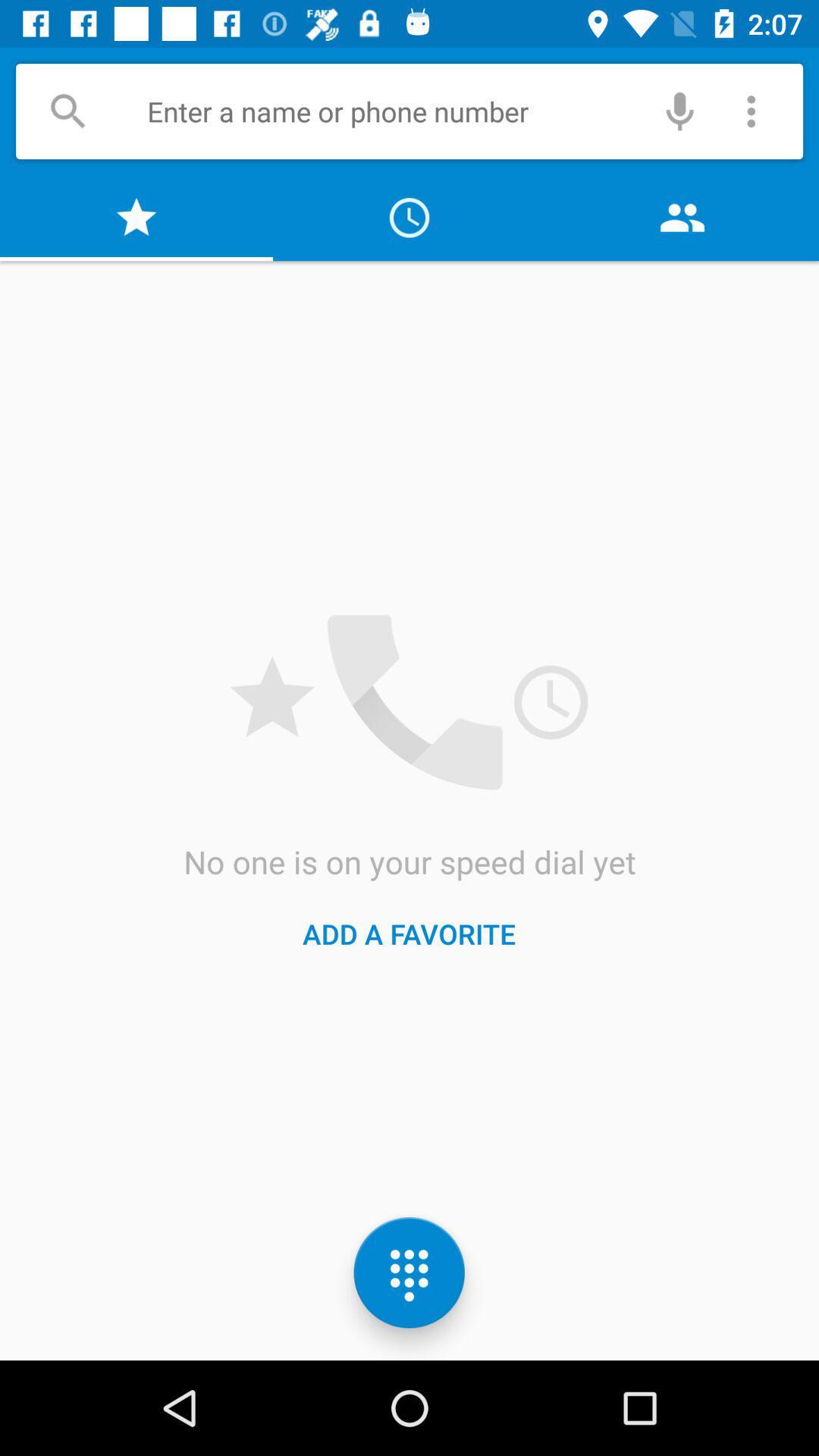 Image resolution: width=819 pixels, height=1456 pixels. What do you see at coordinates (409, 1272) in the screenshot?
I see `the dialpad icon` at bounding box center [409, 1272].